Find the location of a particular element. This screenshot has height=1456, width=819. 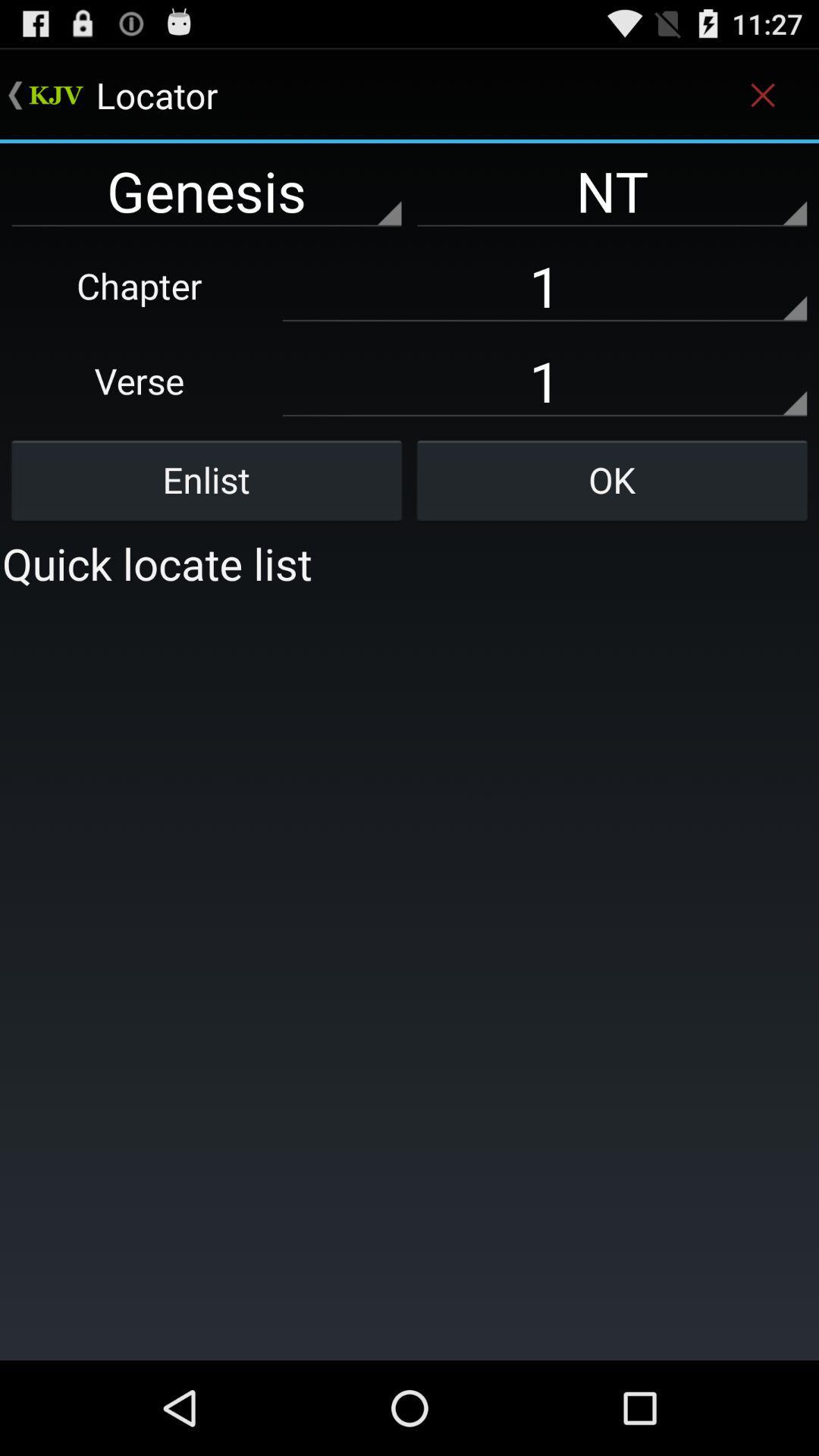

the text box beside of genesis is located at coordinates (611, 190).